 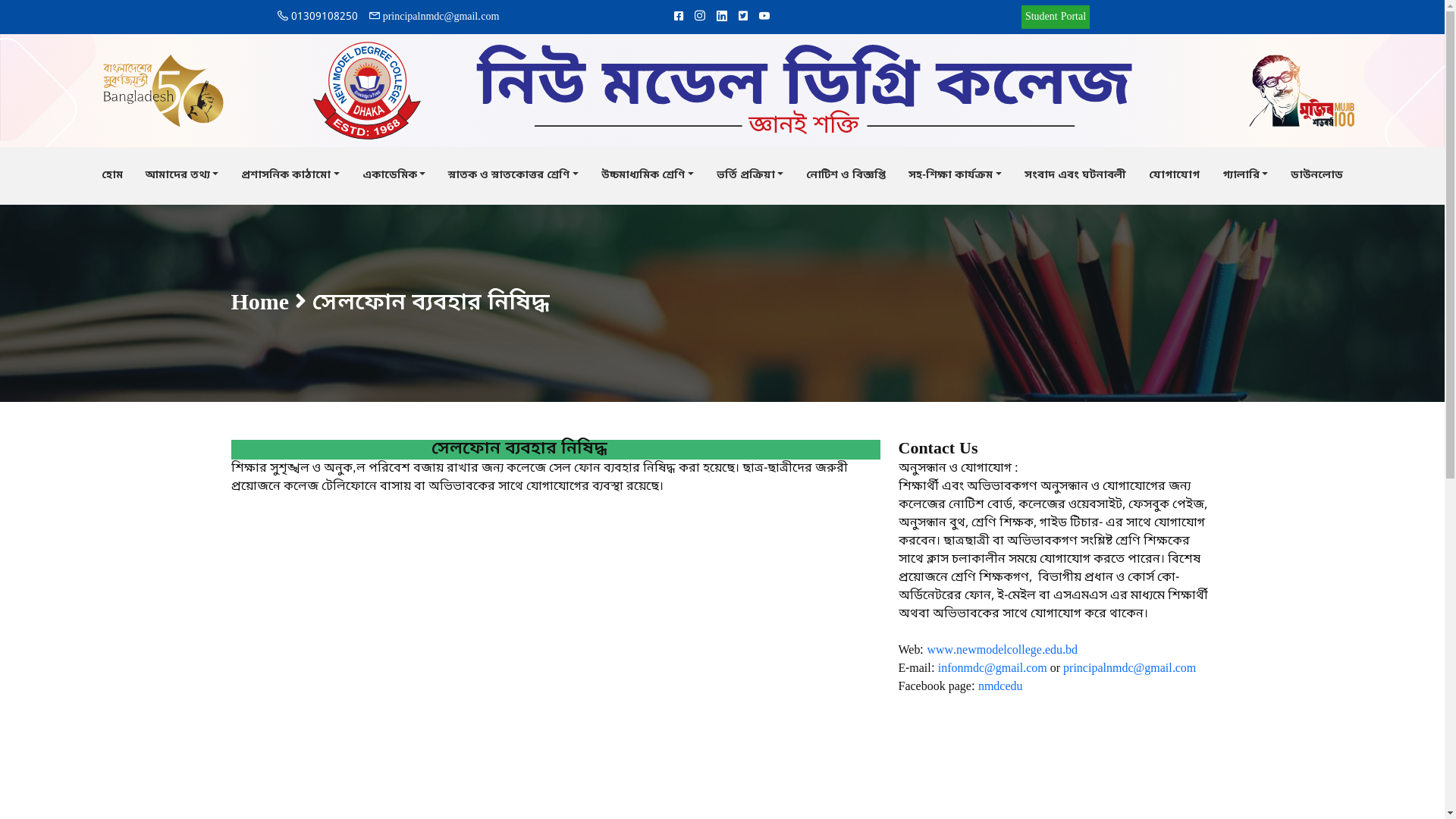 What do you see at coordinates (1000, 687) in the screenshot?
I see `'nmdcedu'` at bounding box center [1000, 687].